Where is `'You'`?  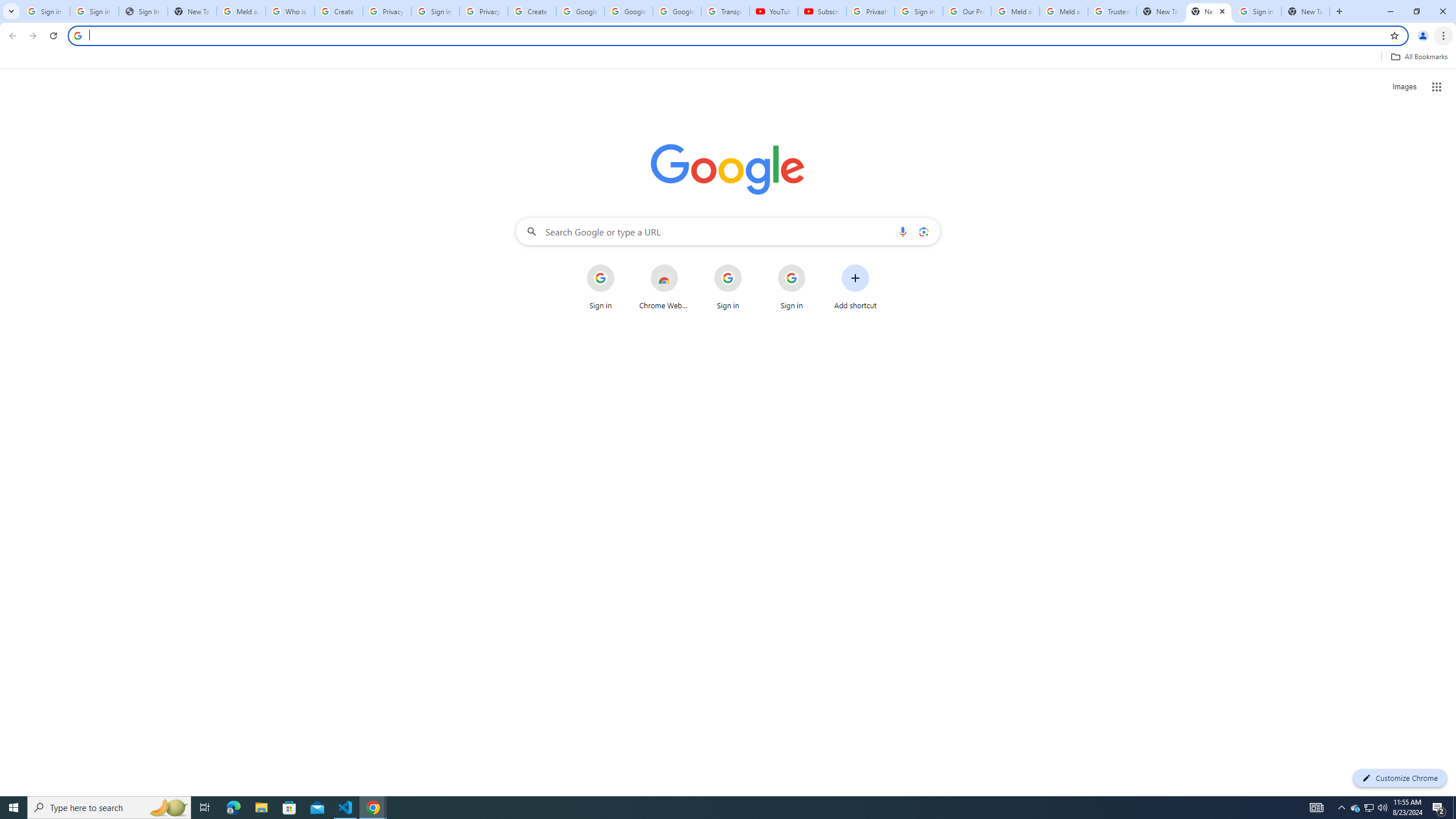 'You' is located at coordinates (1423, 35).